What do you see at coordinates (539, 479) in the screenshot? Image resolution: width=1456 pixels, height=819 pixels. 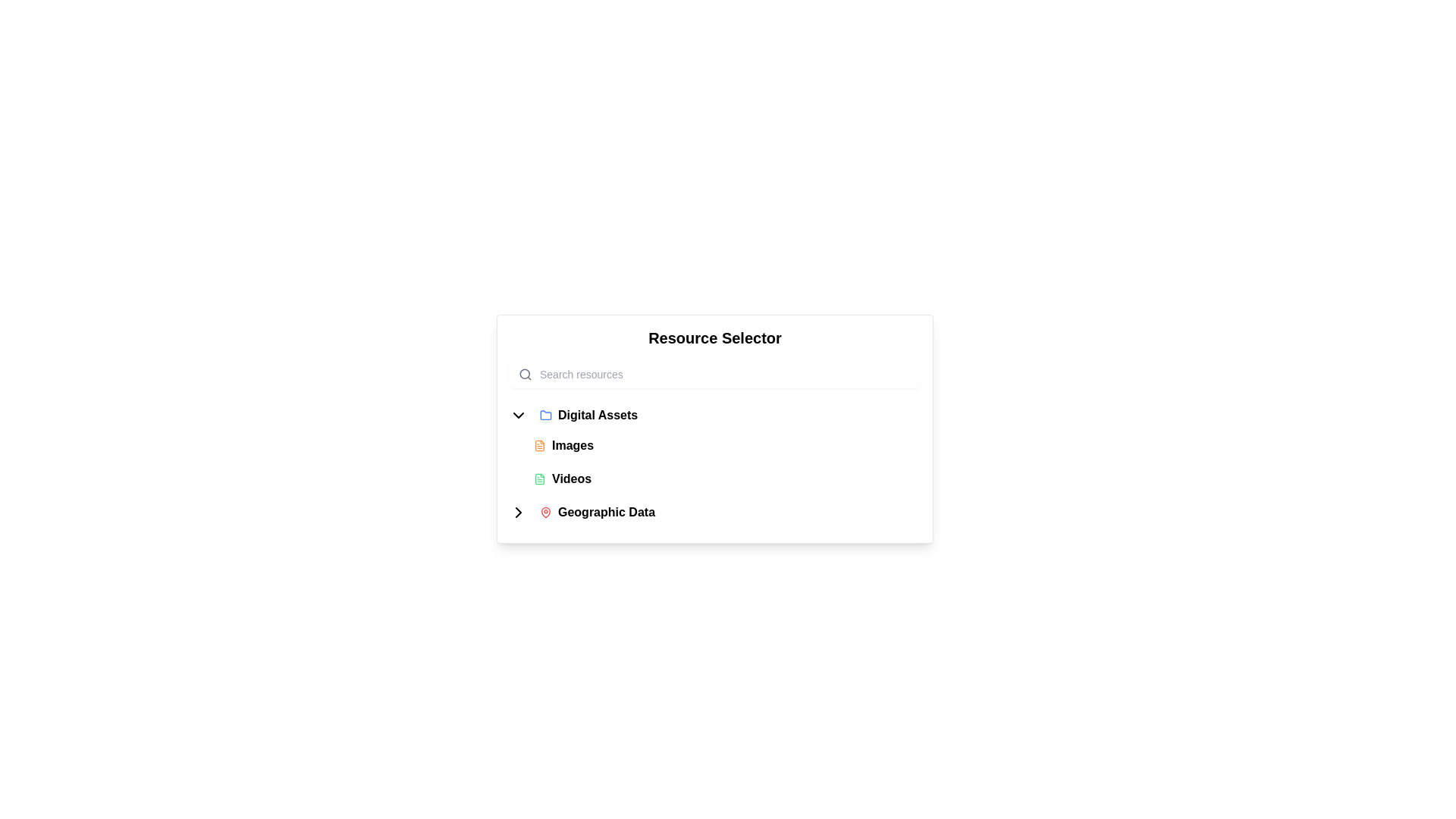 I see `the icon representing the resource category for video-related data, located to the left of the word 'Videos'` at bounding box center [539, 479].